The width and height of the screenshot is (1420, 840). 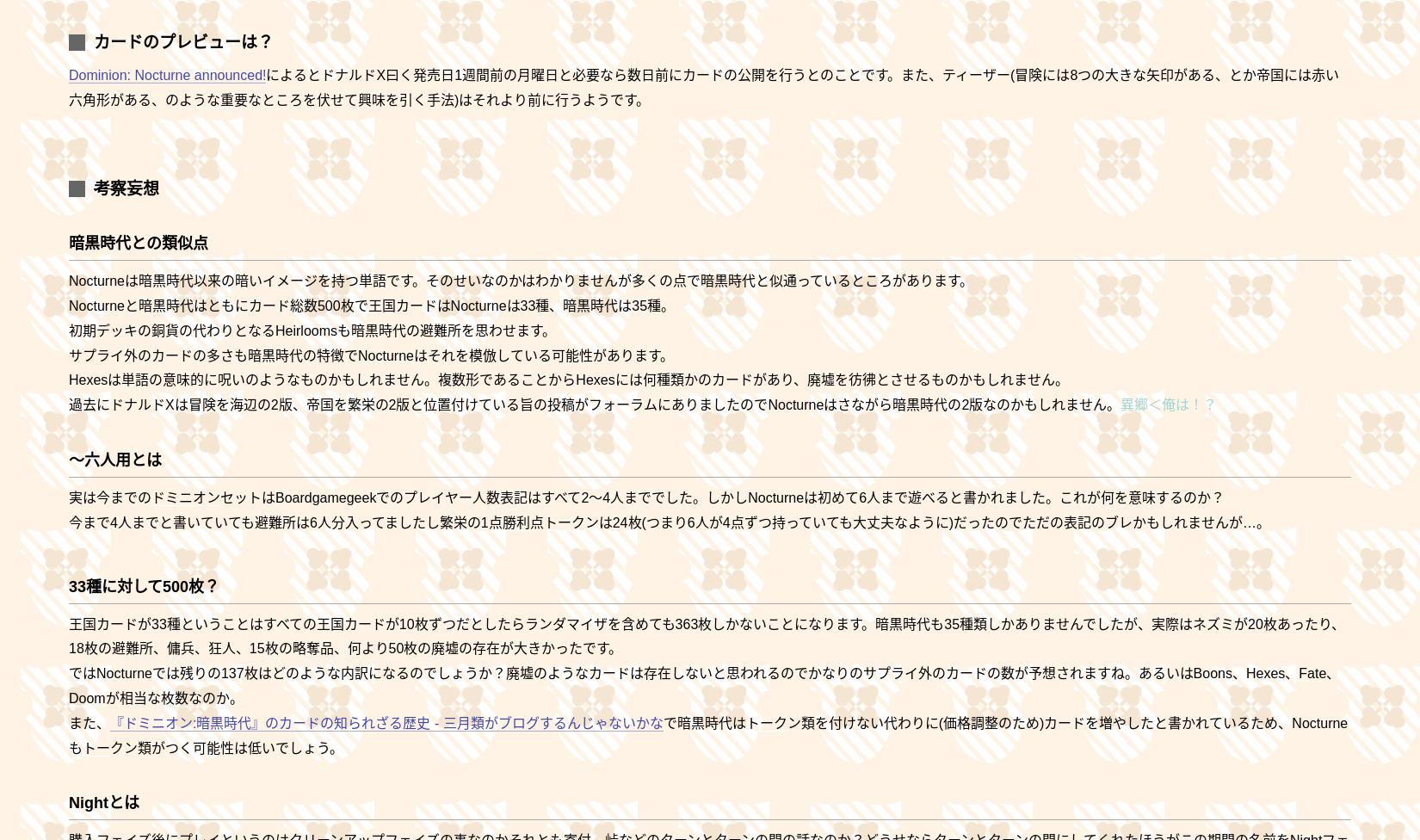 I want to click on '今まで4人までと書いていても避難所は6人分入ってましたし繁栄の1点', so click(x=285, y=522).